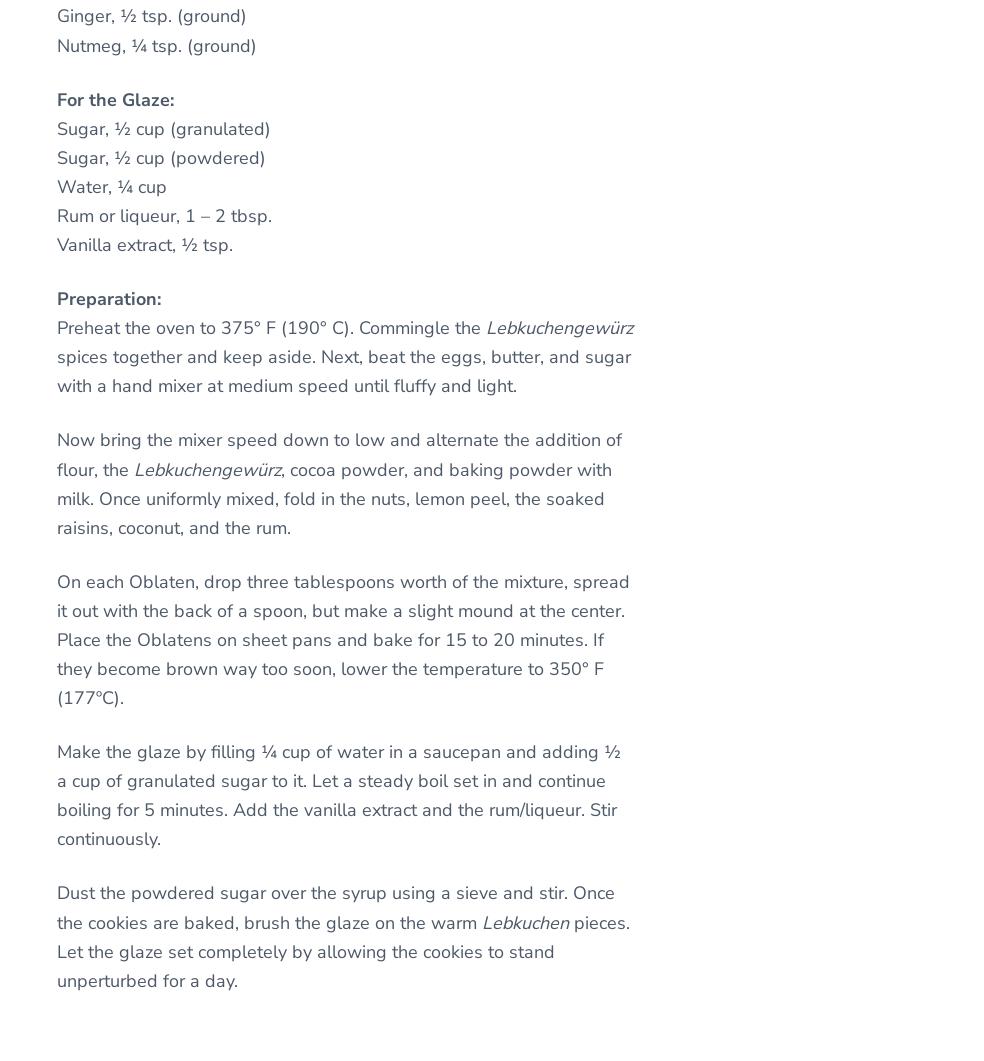 Image resolution: width=984 pixels, height=1061 pixels. Describe the element at coordinates (161, 157) in the screenshot. I see `'Sugar, ½ cup (powdered)'` at that location.